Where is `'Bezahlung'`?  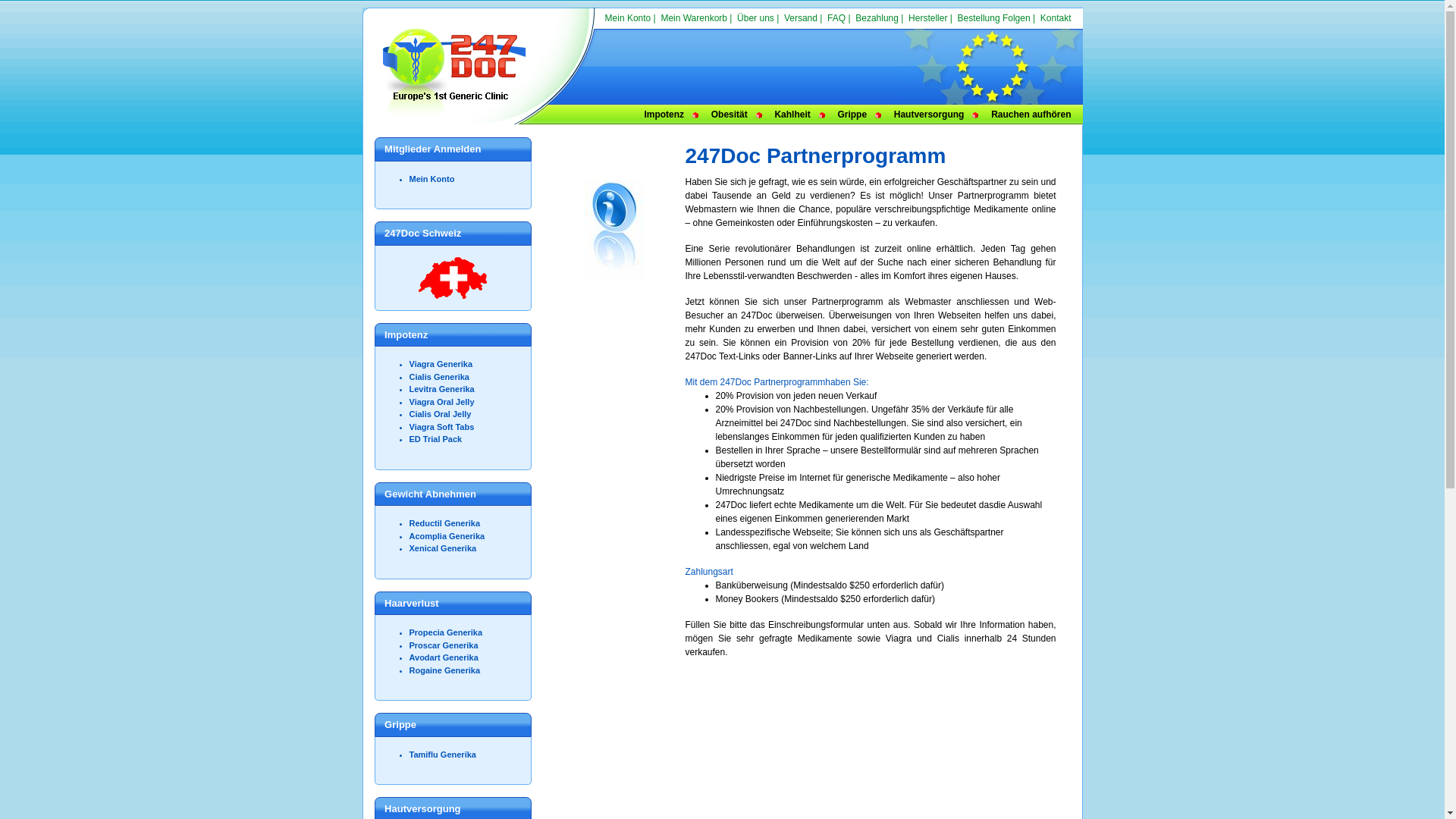
'Bezahlung' is located at coordinates (877, 17).